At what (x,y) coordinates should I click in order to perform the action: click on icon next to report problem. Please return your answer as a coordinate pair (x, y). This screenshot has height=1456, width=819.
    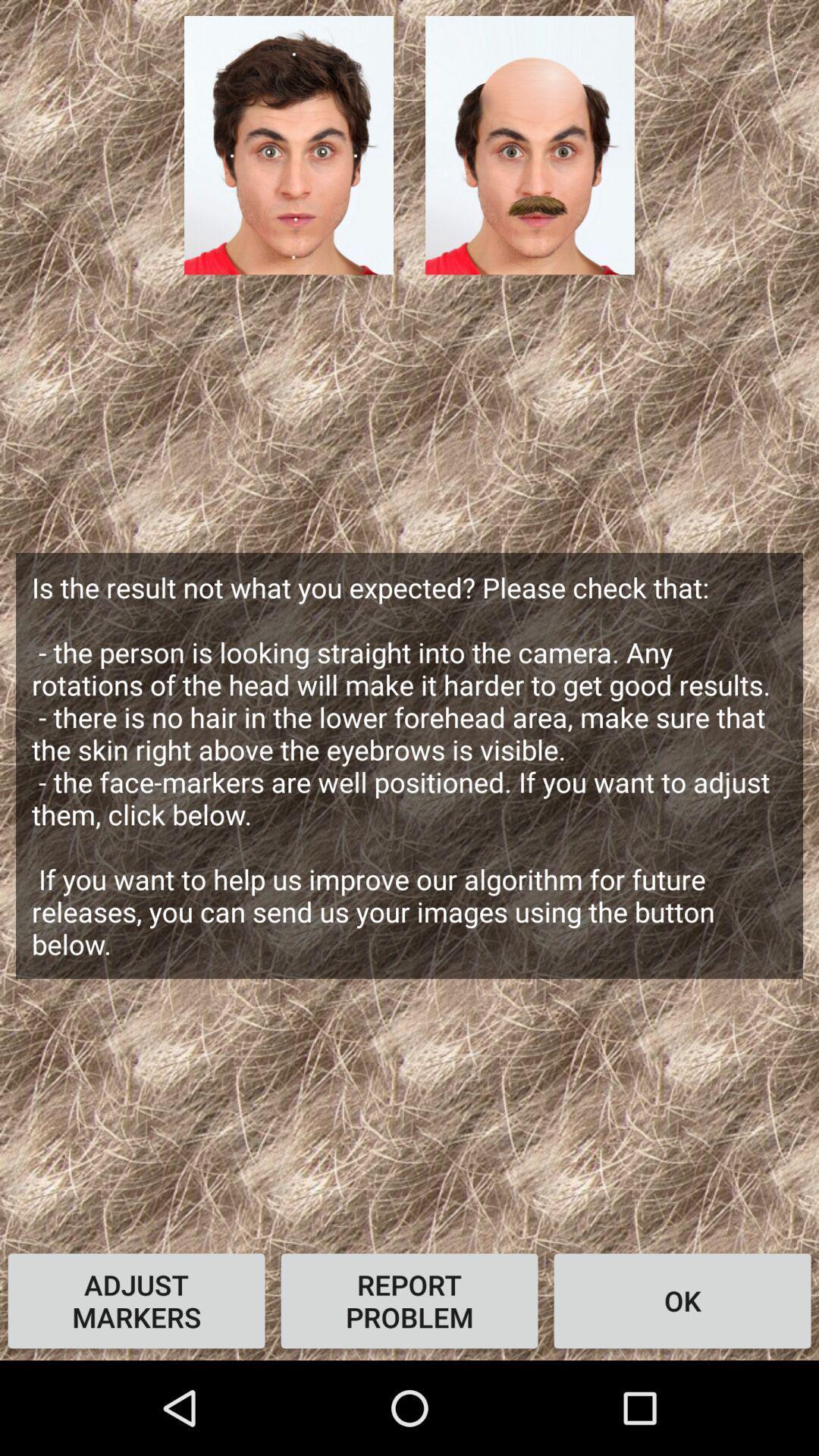
    Looking at the image, I should click on (681, 1300).